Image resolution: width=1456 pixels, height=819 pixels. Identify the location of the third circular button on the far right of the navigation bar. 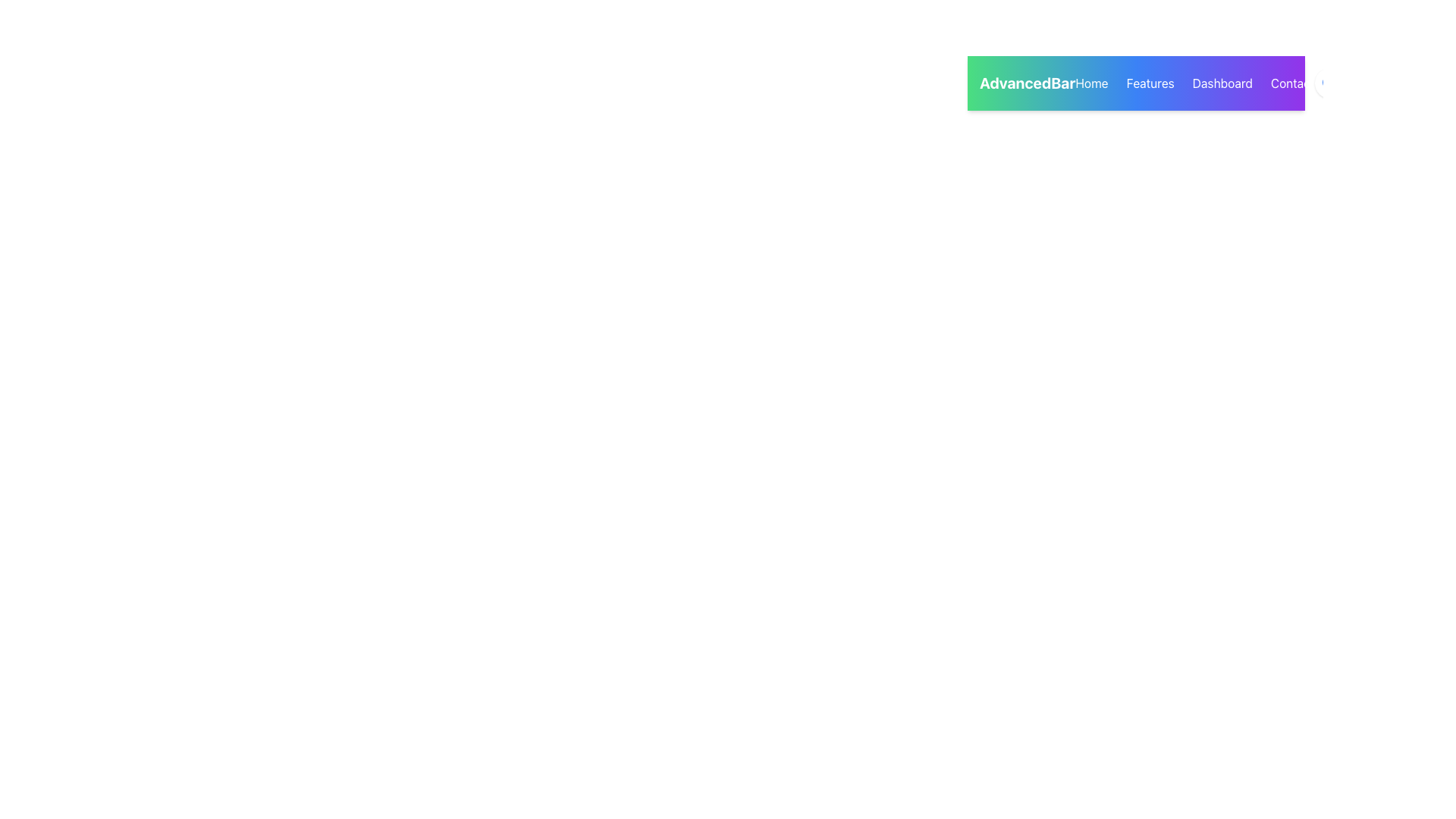
(1414, 83).